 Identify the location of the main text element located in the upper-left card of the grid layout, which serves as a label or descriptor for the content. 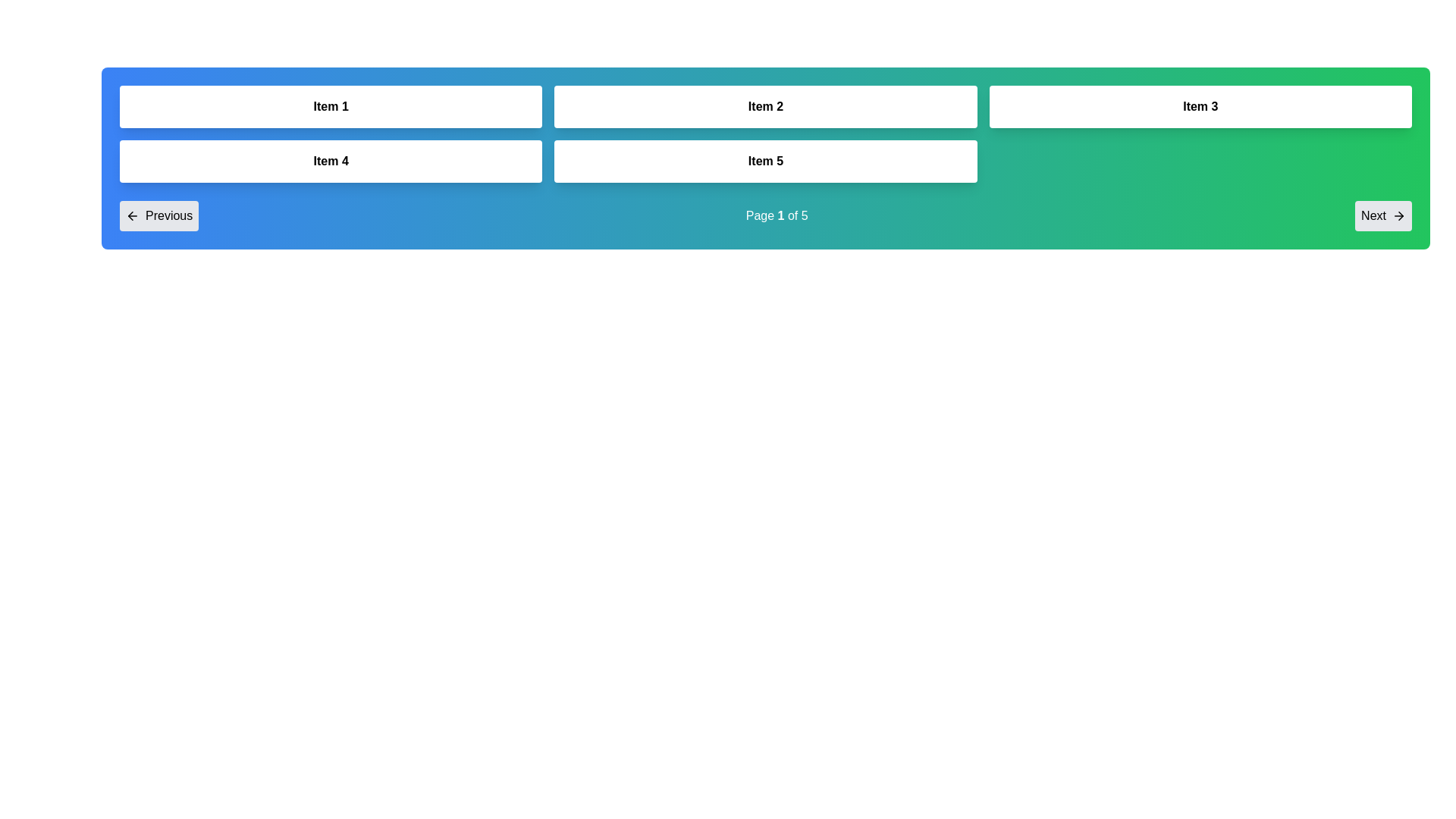
(330, 106).